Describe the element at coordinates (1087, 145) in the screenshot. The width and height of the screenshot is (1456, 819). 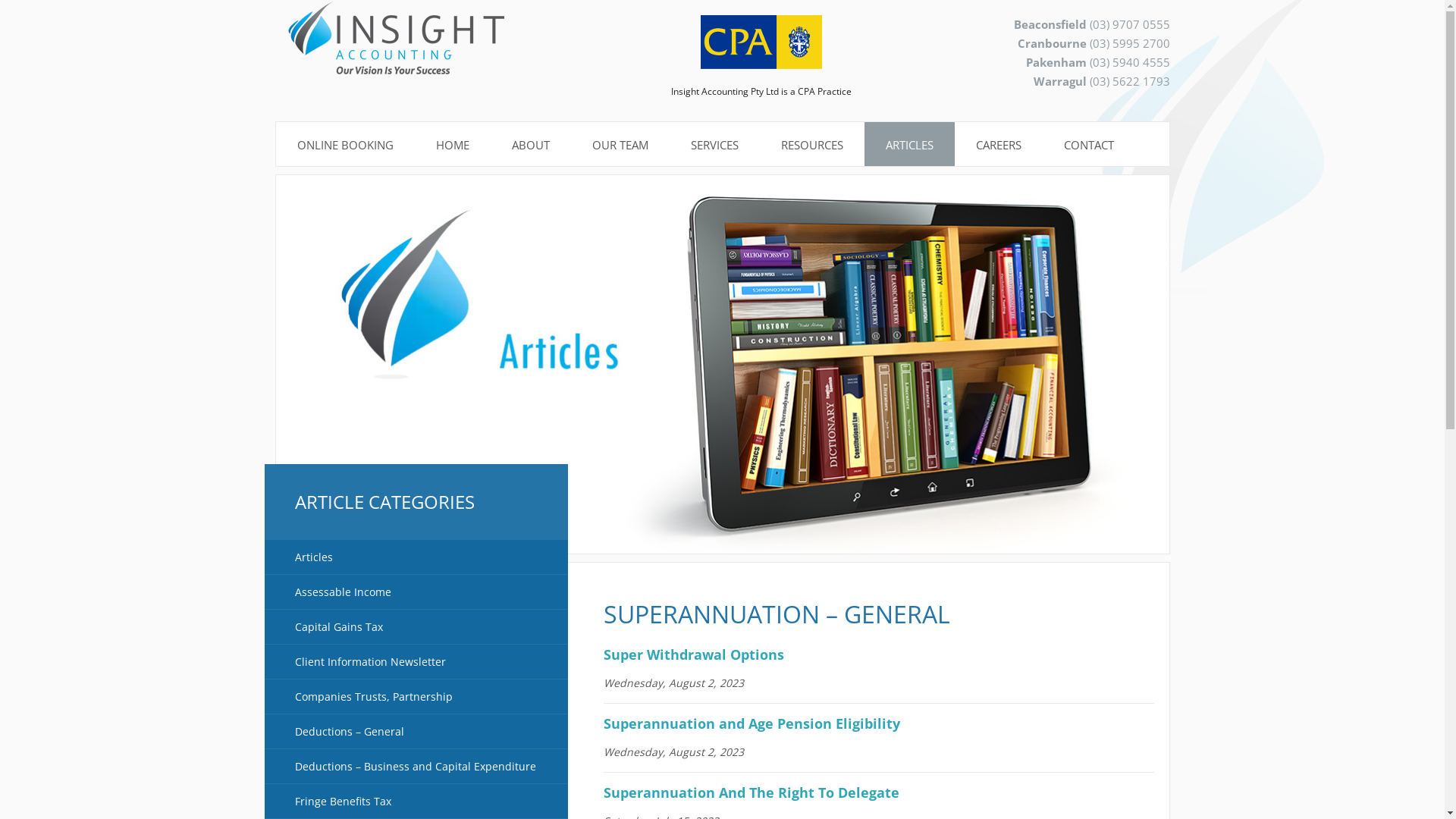
I see `'CONTACT'` at that location.